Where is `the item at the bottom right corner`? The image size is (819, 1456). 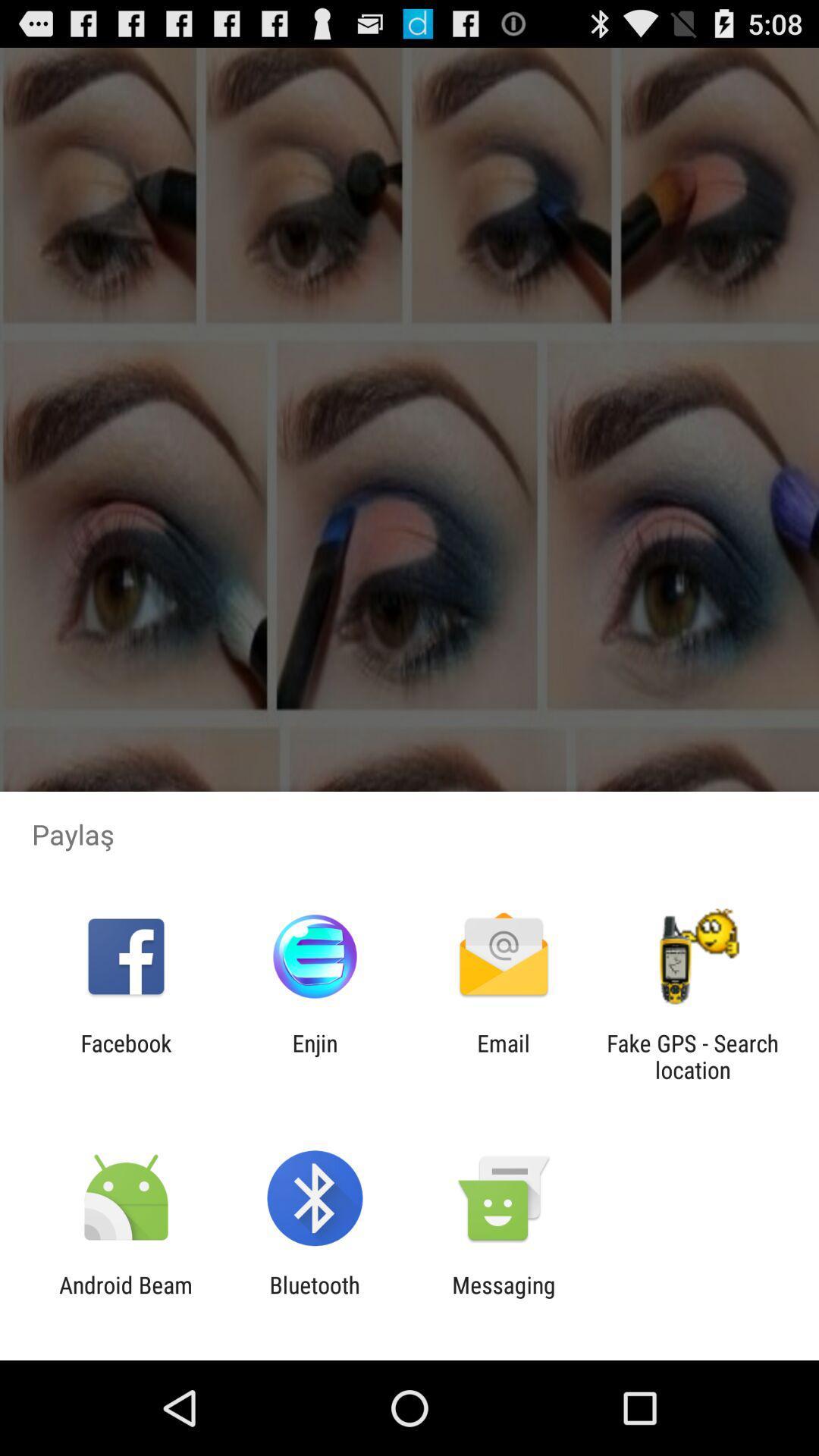 the item at the bottom right corner is located at coordinates (692, 1056).